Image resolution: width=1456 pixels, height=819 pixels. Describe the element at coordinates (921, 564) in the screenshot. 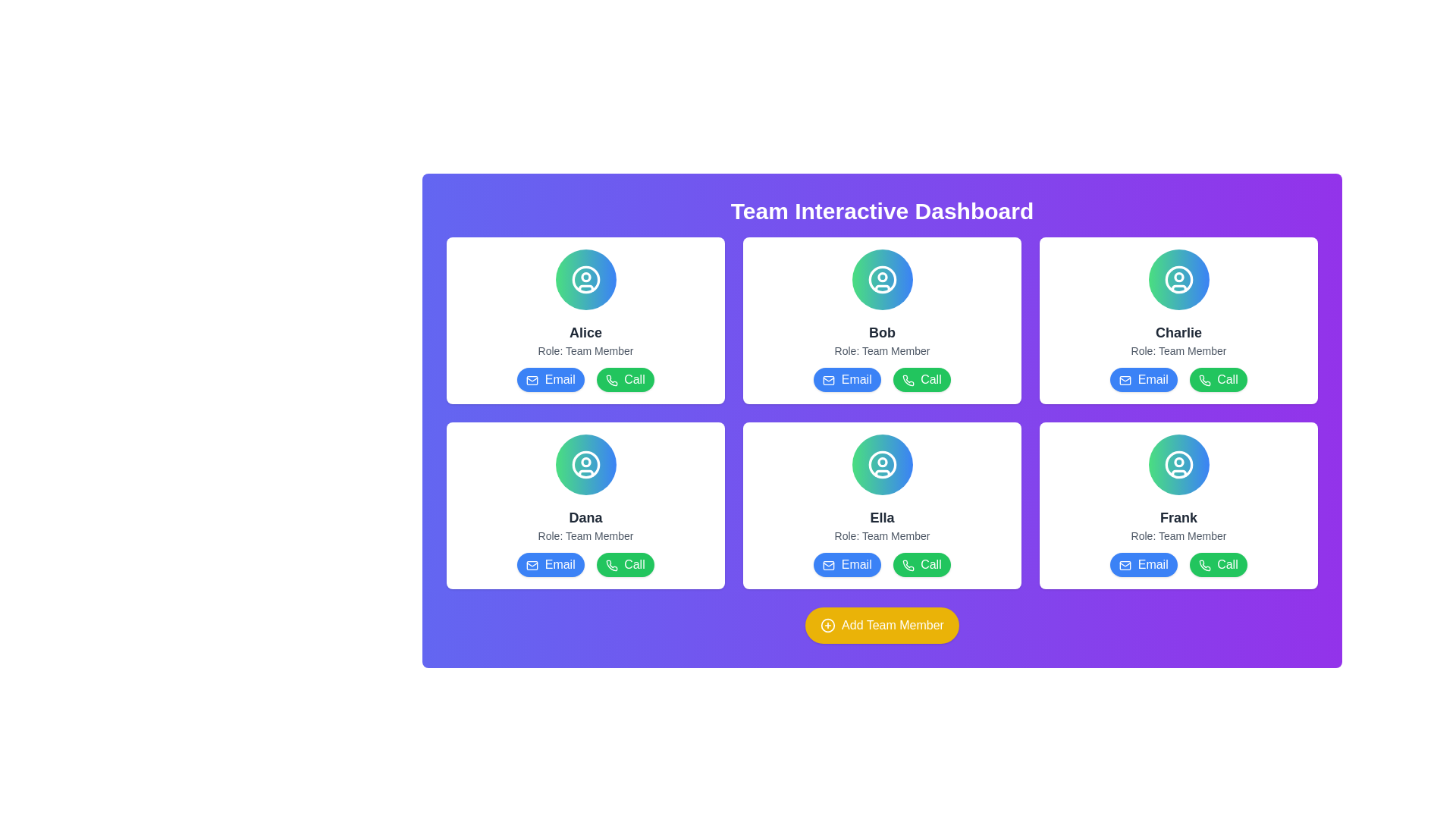

I see `the green 'Call' button with rounded edges and white text to initiate a call action` at that location.